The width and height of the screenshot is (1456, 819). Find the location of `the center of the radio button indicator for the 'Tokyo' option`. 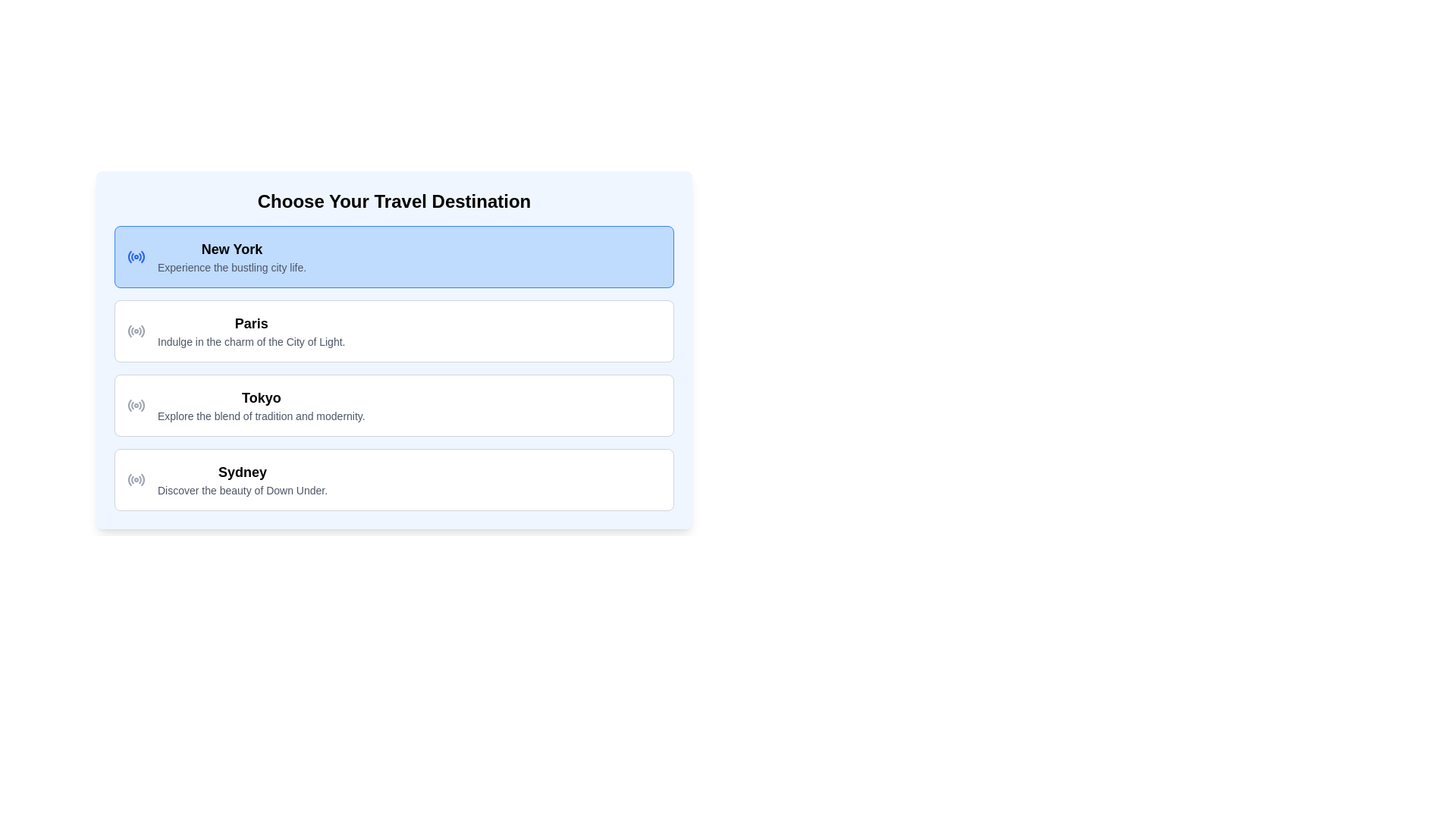

the center of the radio button indicator for the 'Tokyo' option is located at coordinates (136, 405).